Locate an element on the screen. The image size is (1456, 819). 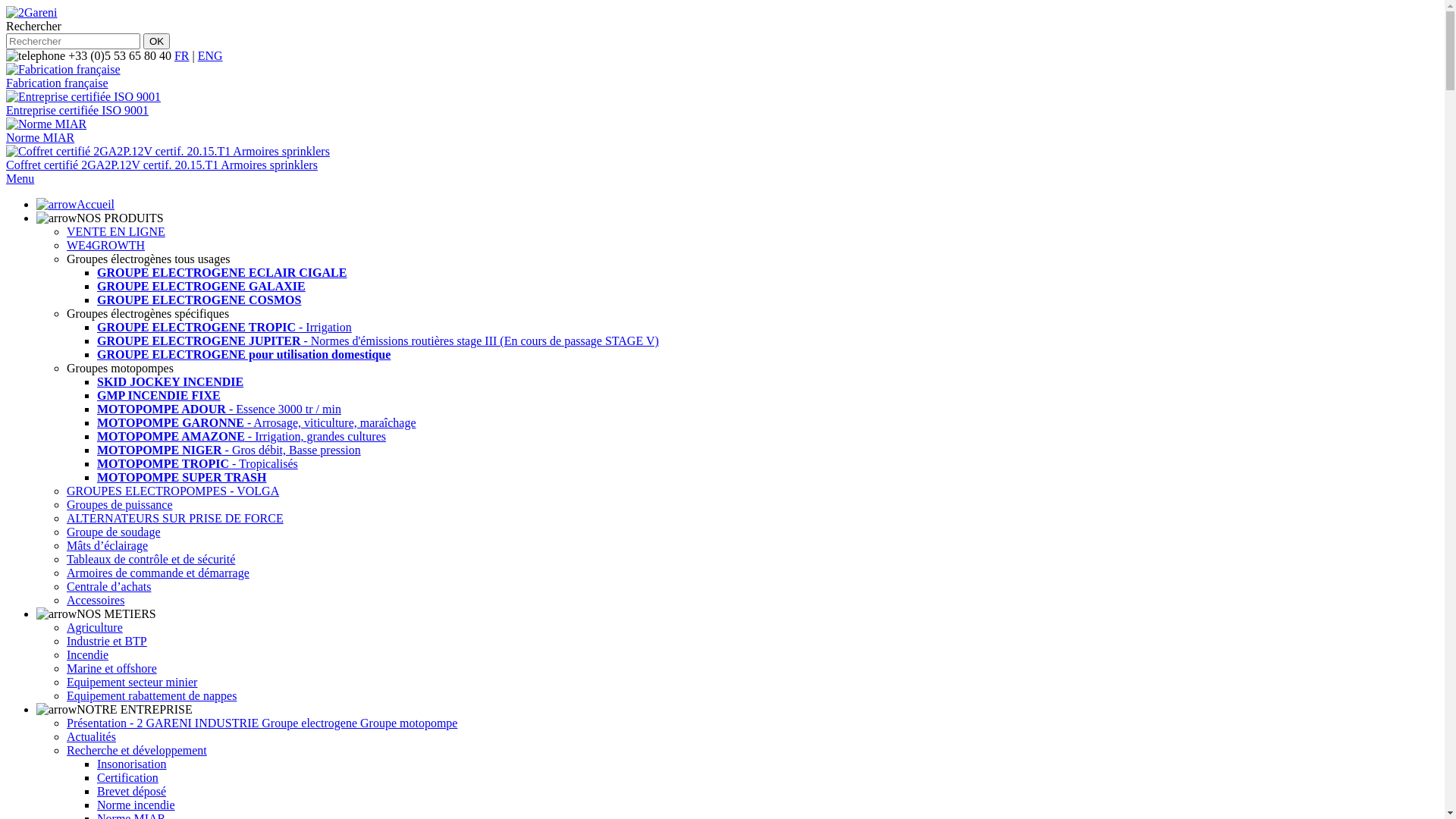
'Accueil' is located at coordinates (74, 203).